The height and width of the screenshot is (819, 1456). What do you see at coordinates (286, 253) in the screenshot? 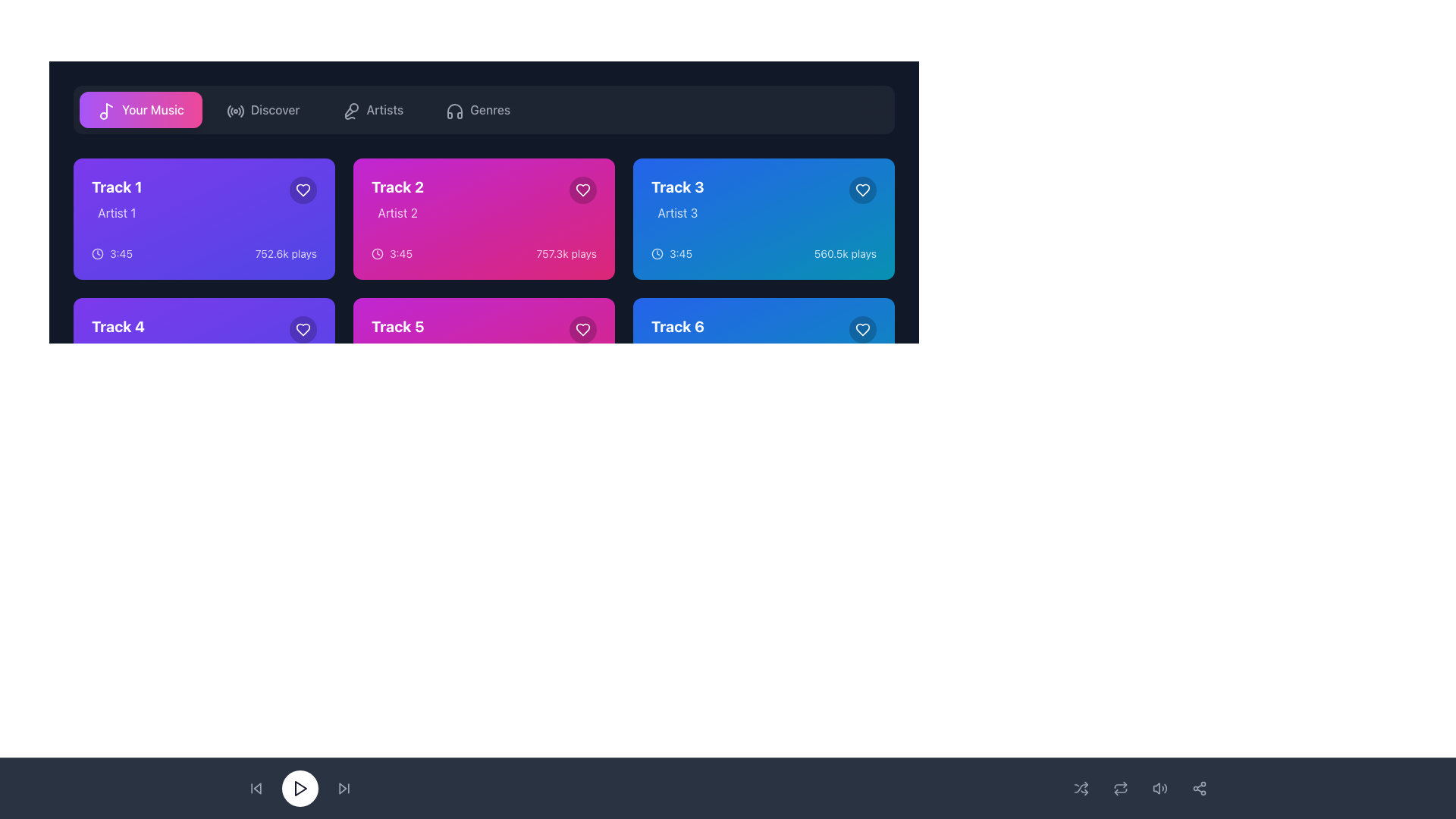
I see `the static text element displaying '752.6k plays' located on the bottom-right section of the purple card in the 'Track 1' card` at bounding box center [286, 253].